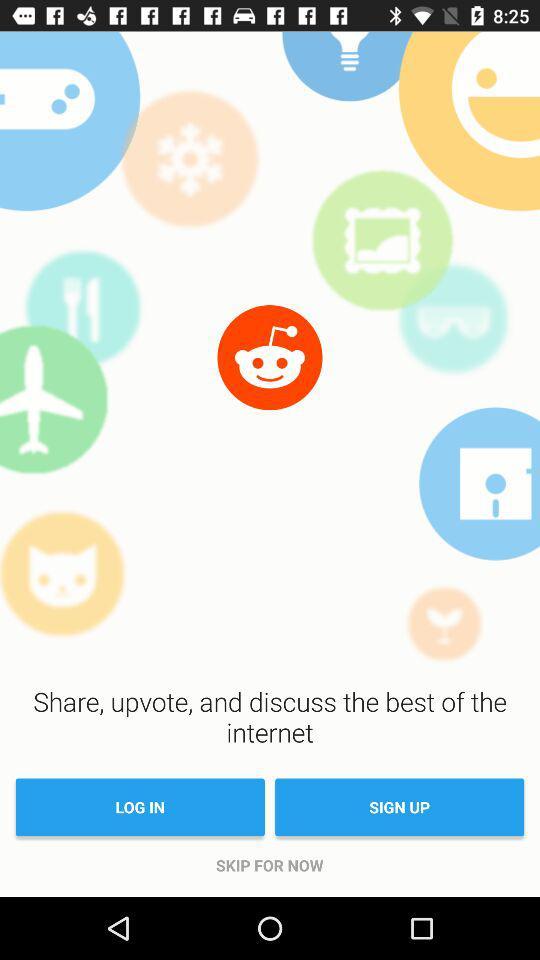  Describe the element at coordinates (269, 864) in the screenshot. I see `skip for now` at that location.